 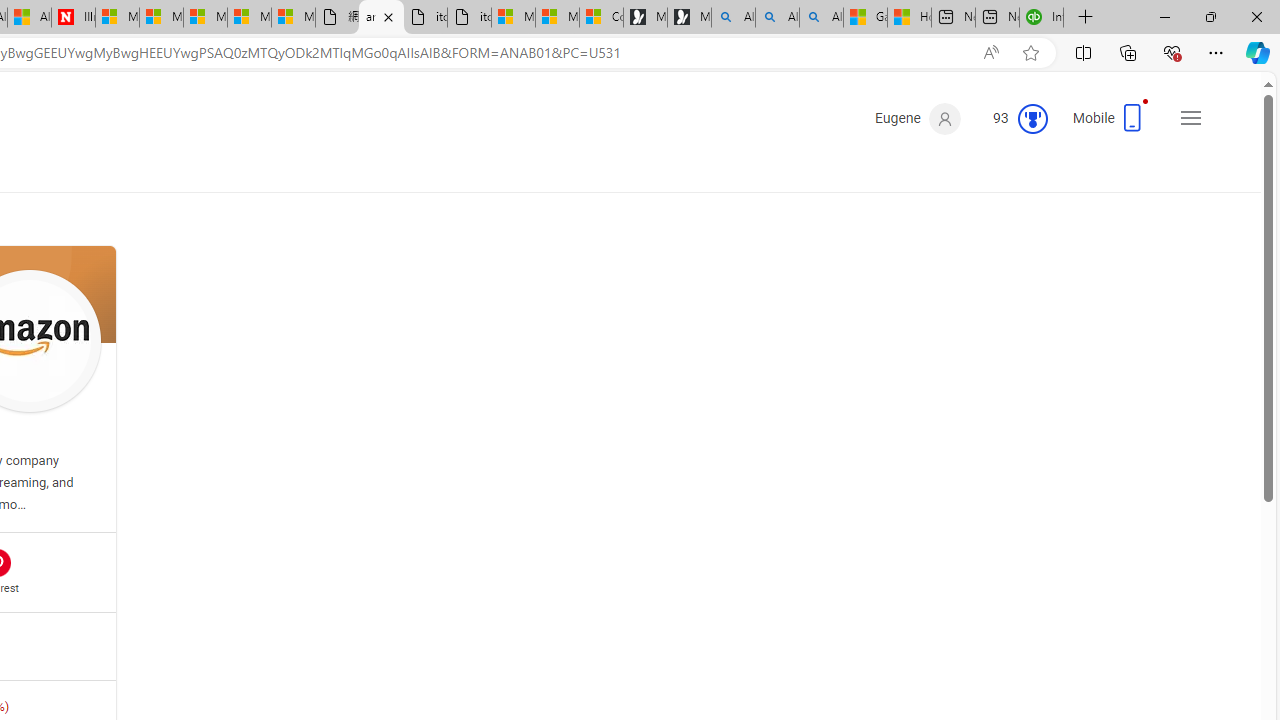 I want to click on 'Microsoft Rewards 93', so click(x=1012, y=119).